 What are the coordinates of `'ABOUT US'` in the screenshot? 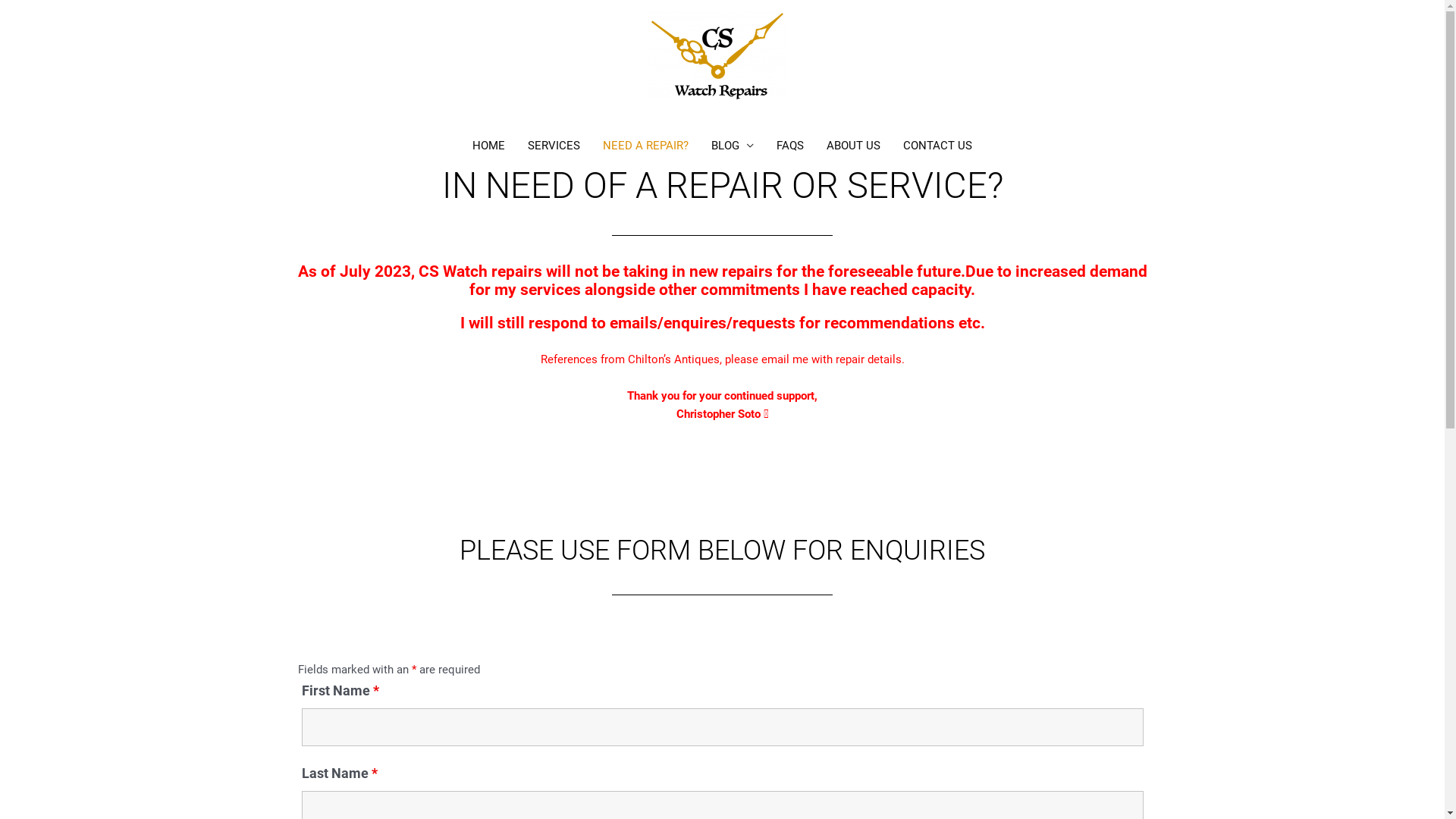 It's located at (853, 146).